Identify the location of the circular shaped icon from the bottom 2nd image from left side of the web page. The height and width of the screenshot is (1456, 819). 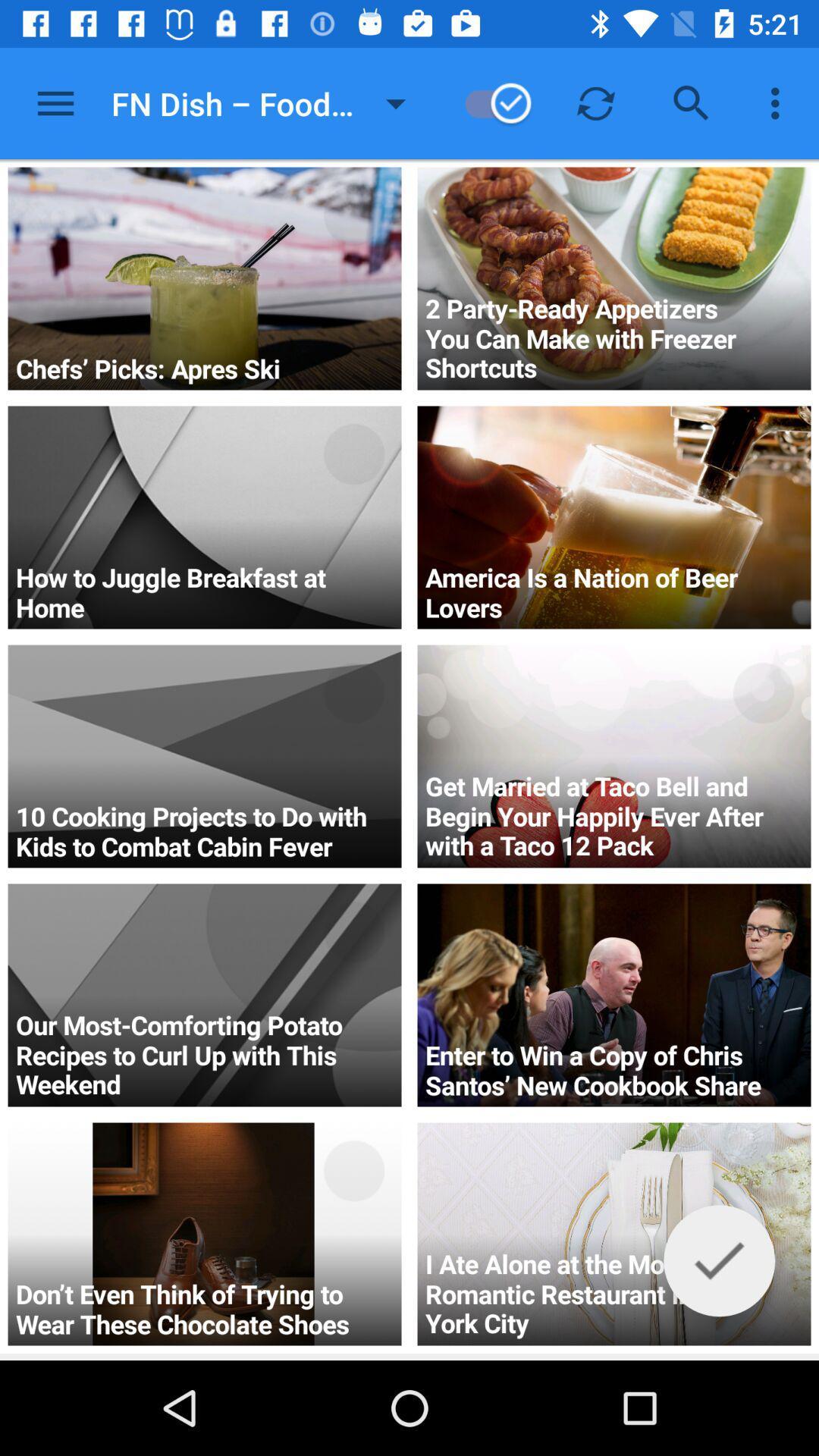
(353, 930).